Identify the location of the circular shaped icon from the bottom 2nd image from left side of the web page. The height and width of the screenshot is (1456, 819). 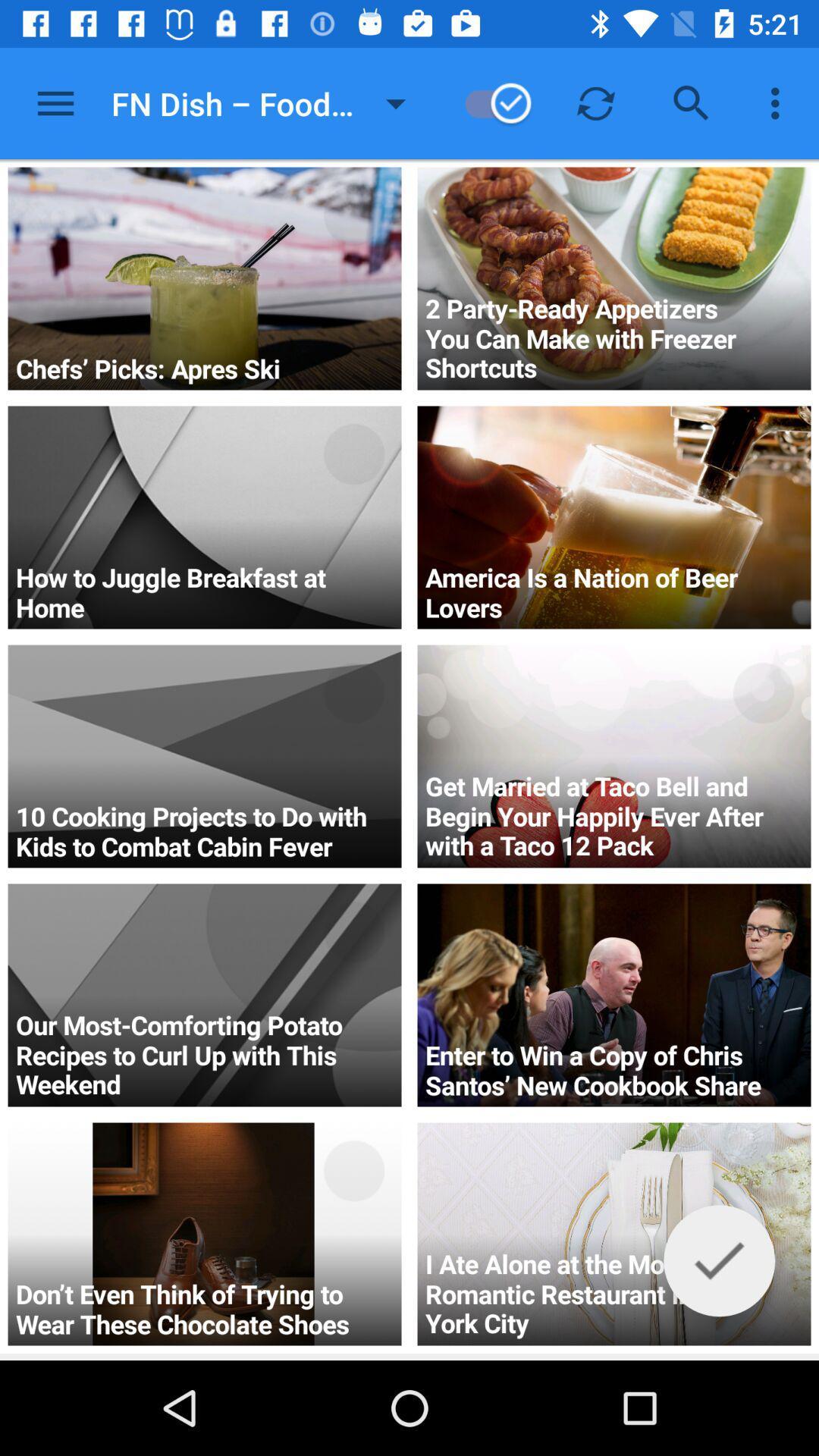
(353, 930).